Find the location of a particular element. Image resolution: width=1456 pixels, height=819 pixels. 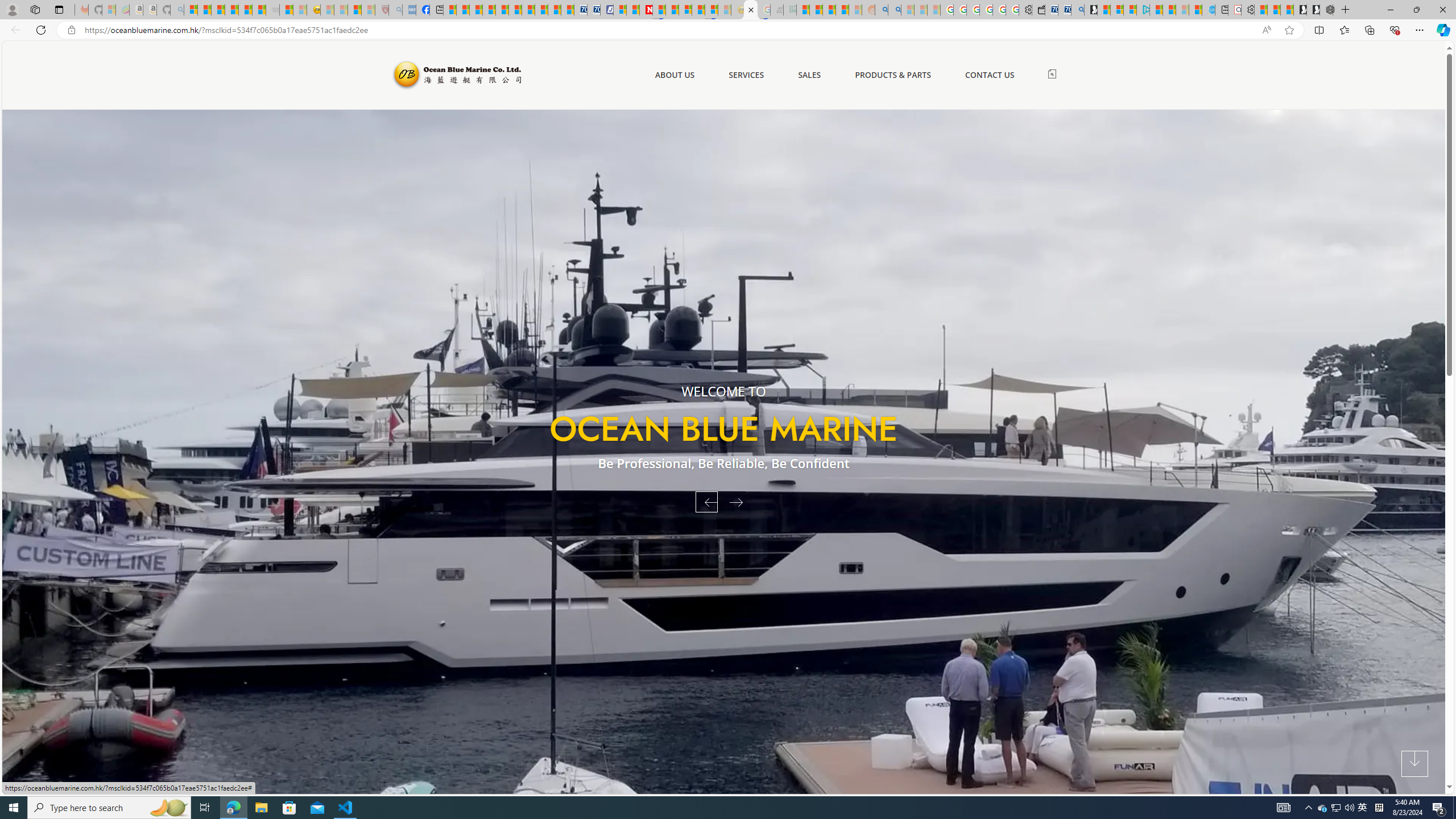

'Ocean Blue Marine' is located at coordinates (455, 74).